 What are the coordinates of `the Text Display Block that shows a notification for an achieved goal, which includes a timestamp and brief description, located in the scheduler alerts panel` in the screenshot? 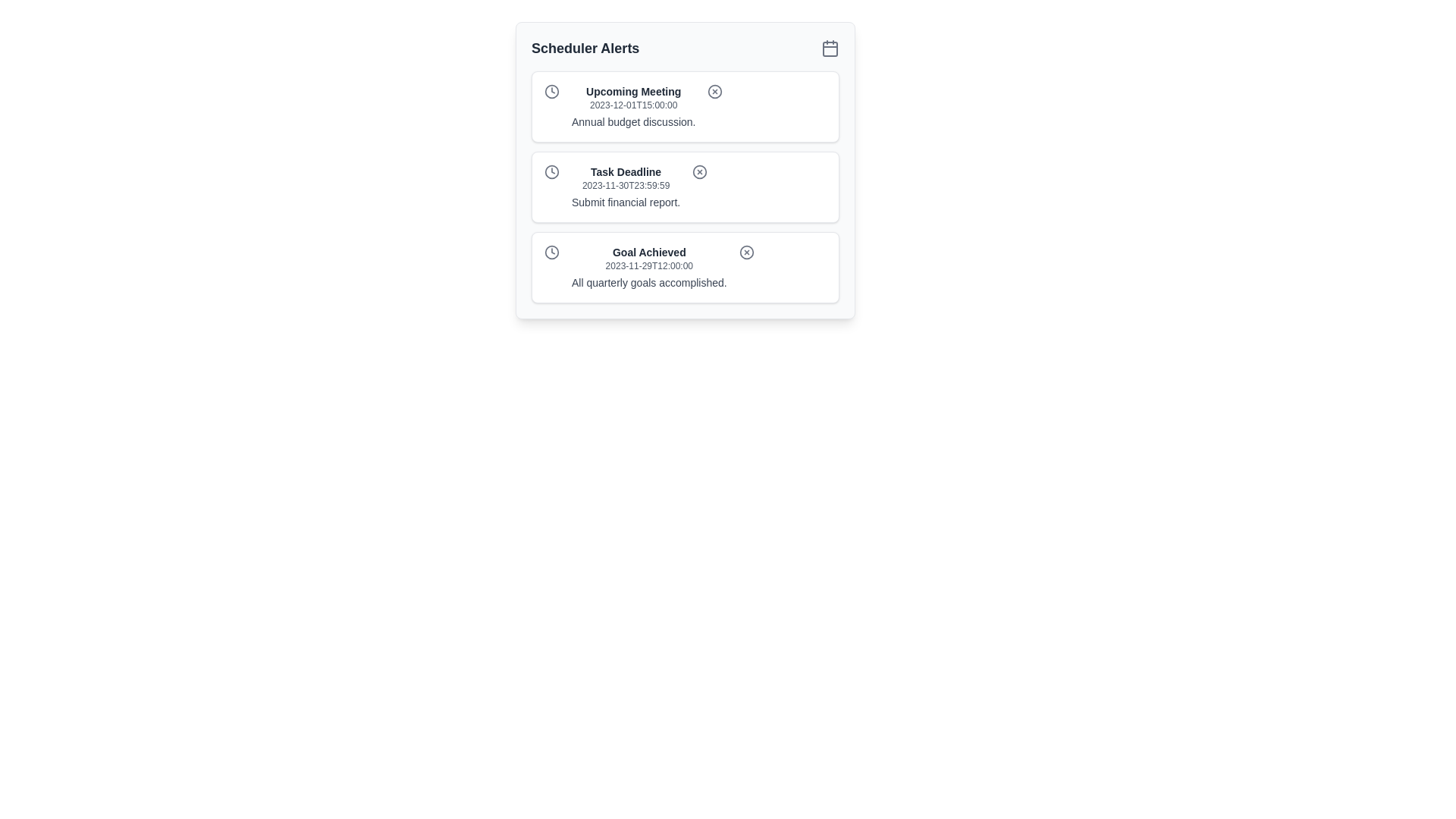 It's located at (649, 267).